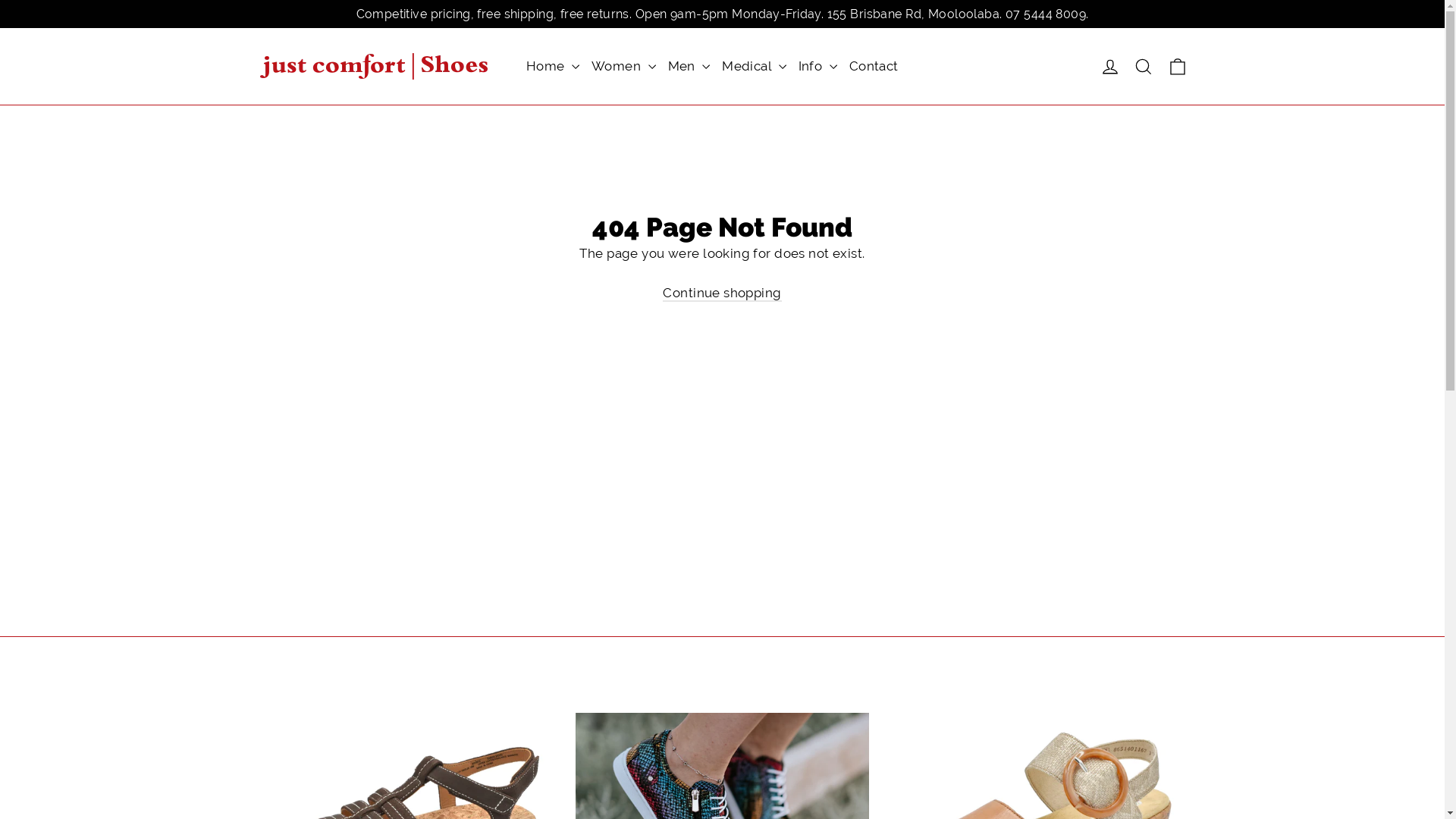  Describe the element at coordinates (1143, 65) in the screenshot. I see `'Search'` at that location.